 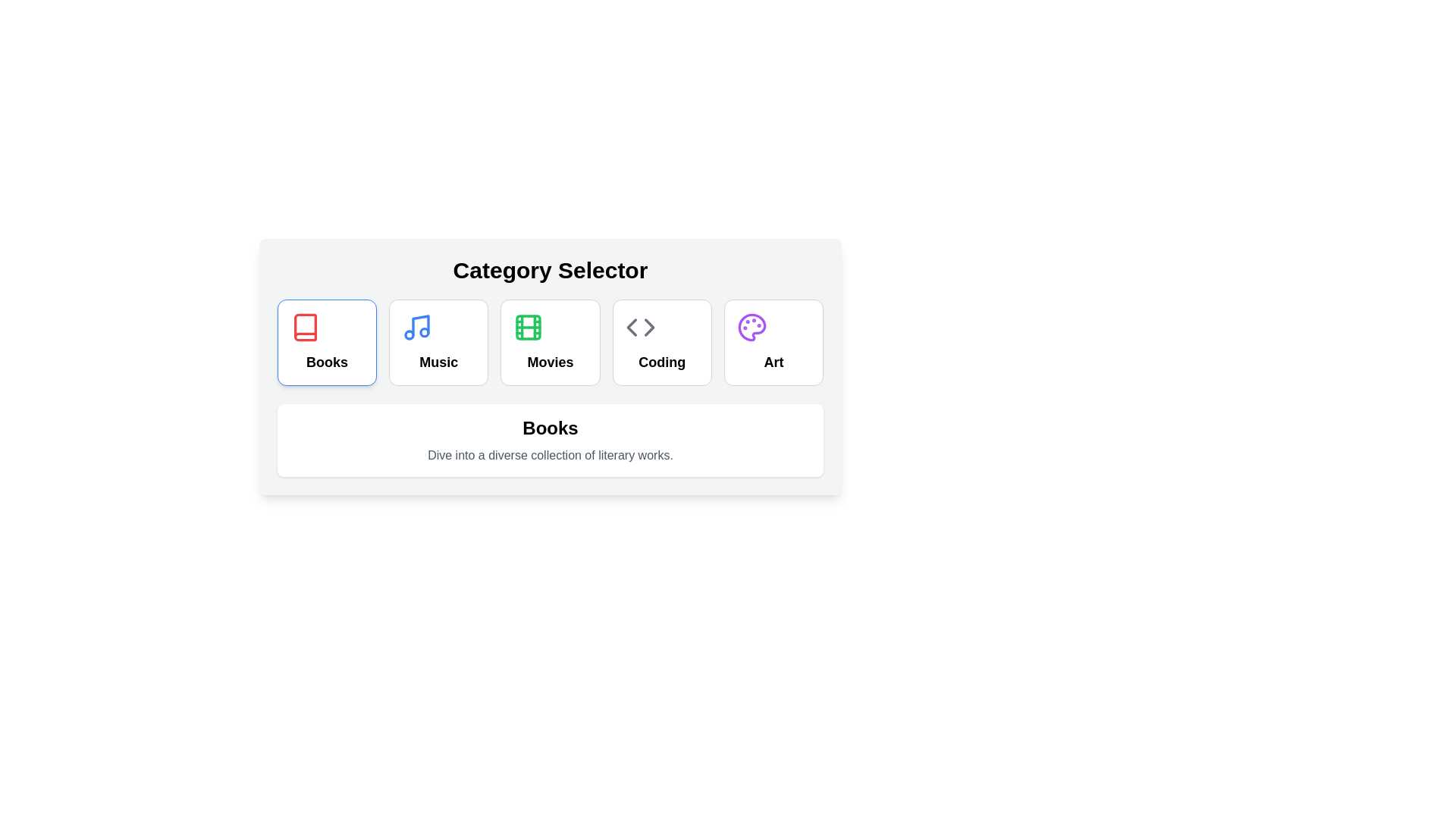 I want to click on the red book icon located in the top-left corner of the 'Books' button in the horizontal menu under 'Category Selector', so click(x=305, y=327).